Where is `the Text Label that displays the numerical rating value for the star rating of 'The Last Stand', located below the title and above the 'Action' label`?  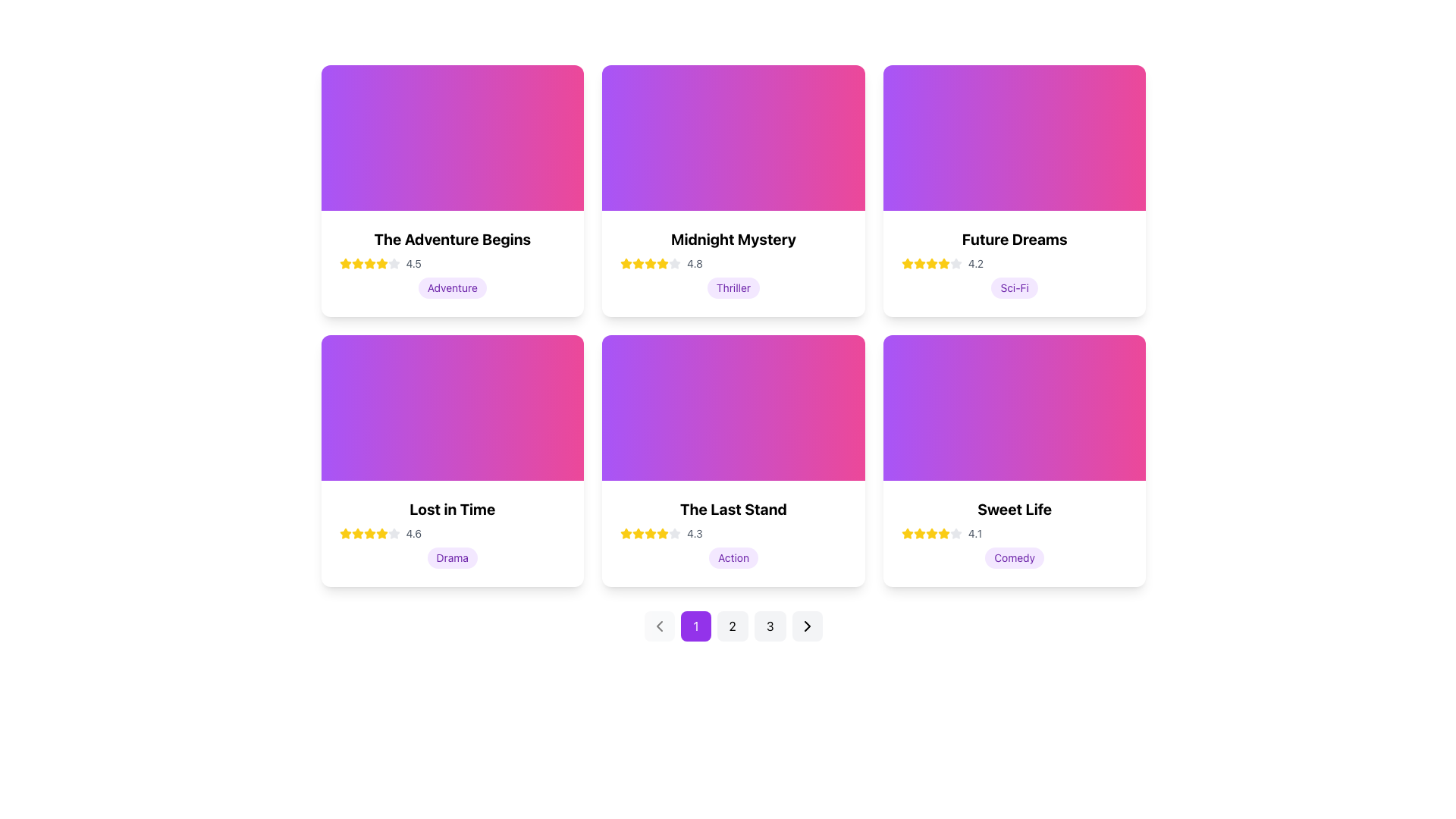
the Text Label that displays the numerical rating value for the star rating of 'The Last Stand', located below the title and above the 'Action' label is located at coordinates (694, 533).